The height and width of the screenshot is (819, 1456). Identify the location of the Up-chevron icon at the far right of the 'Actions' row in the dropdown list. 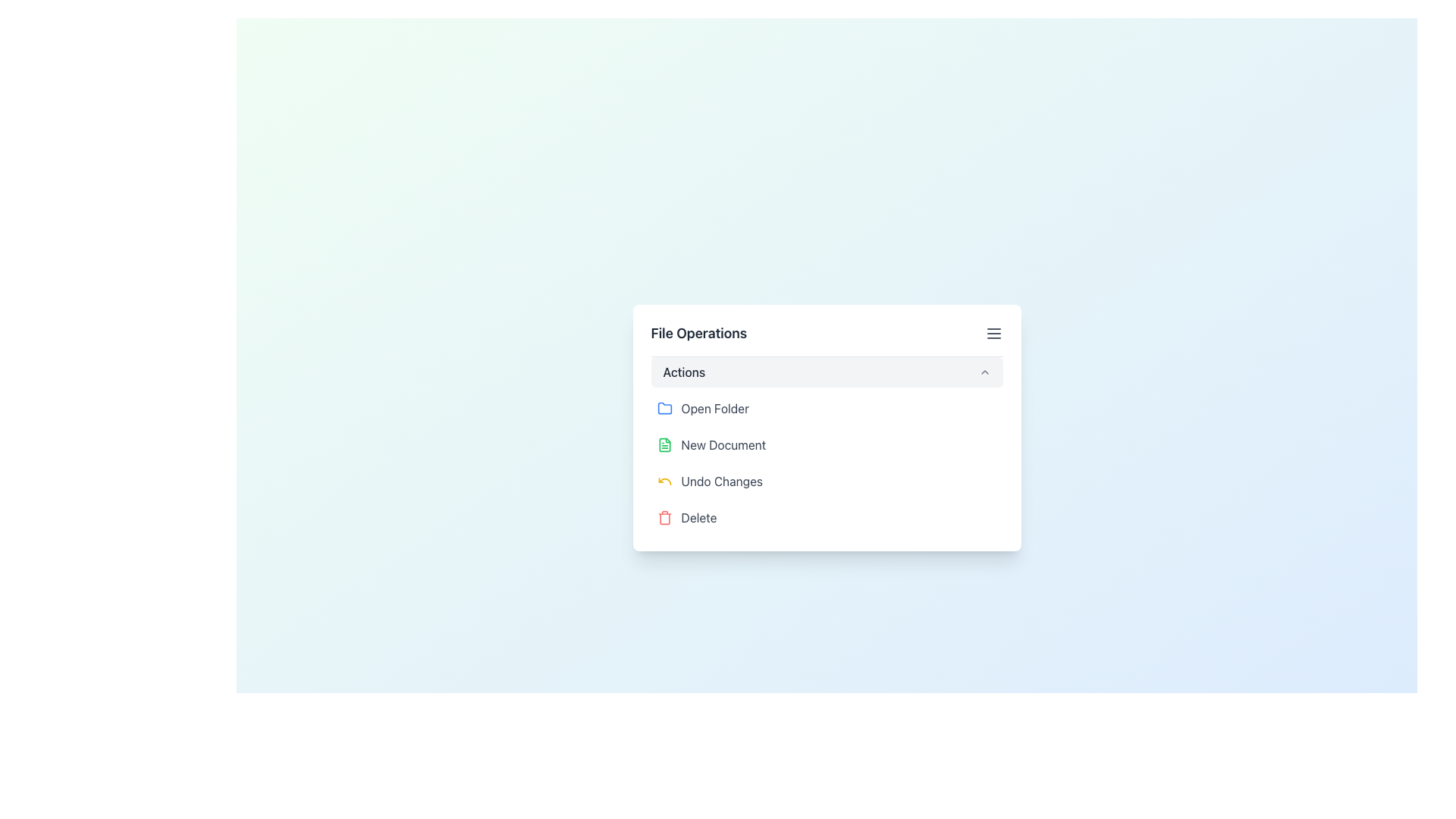
(984, 372).